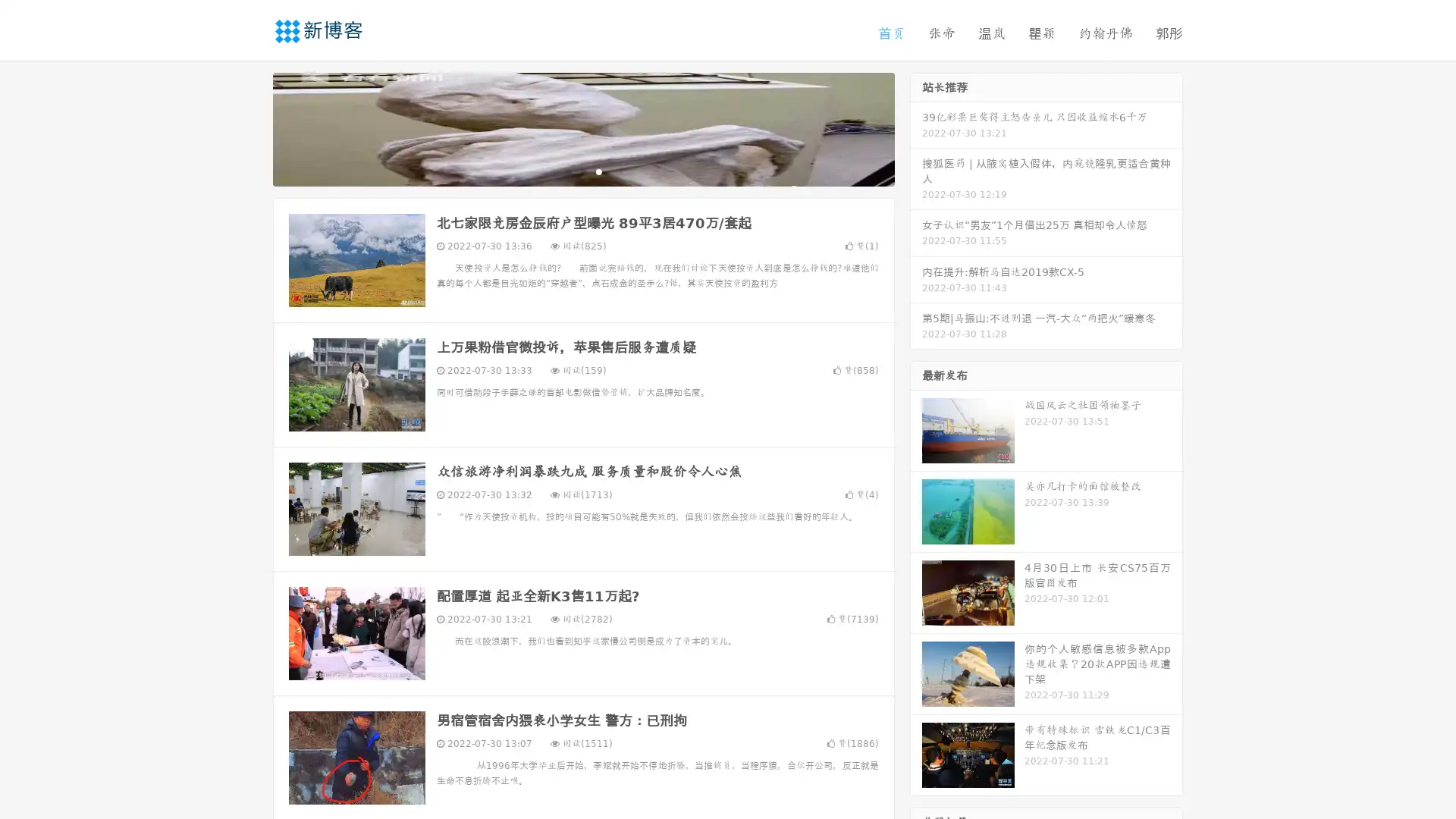 This screenshot has width=1456, height=819. Describe the element at coordinates (250, 127) in the screenshot. I see `Previous slide` at that location.